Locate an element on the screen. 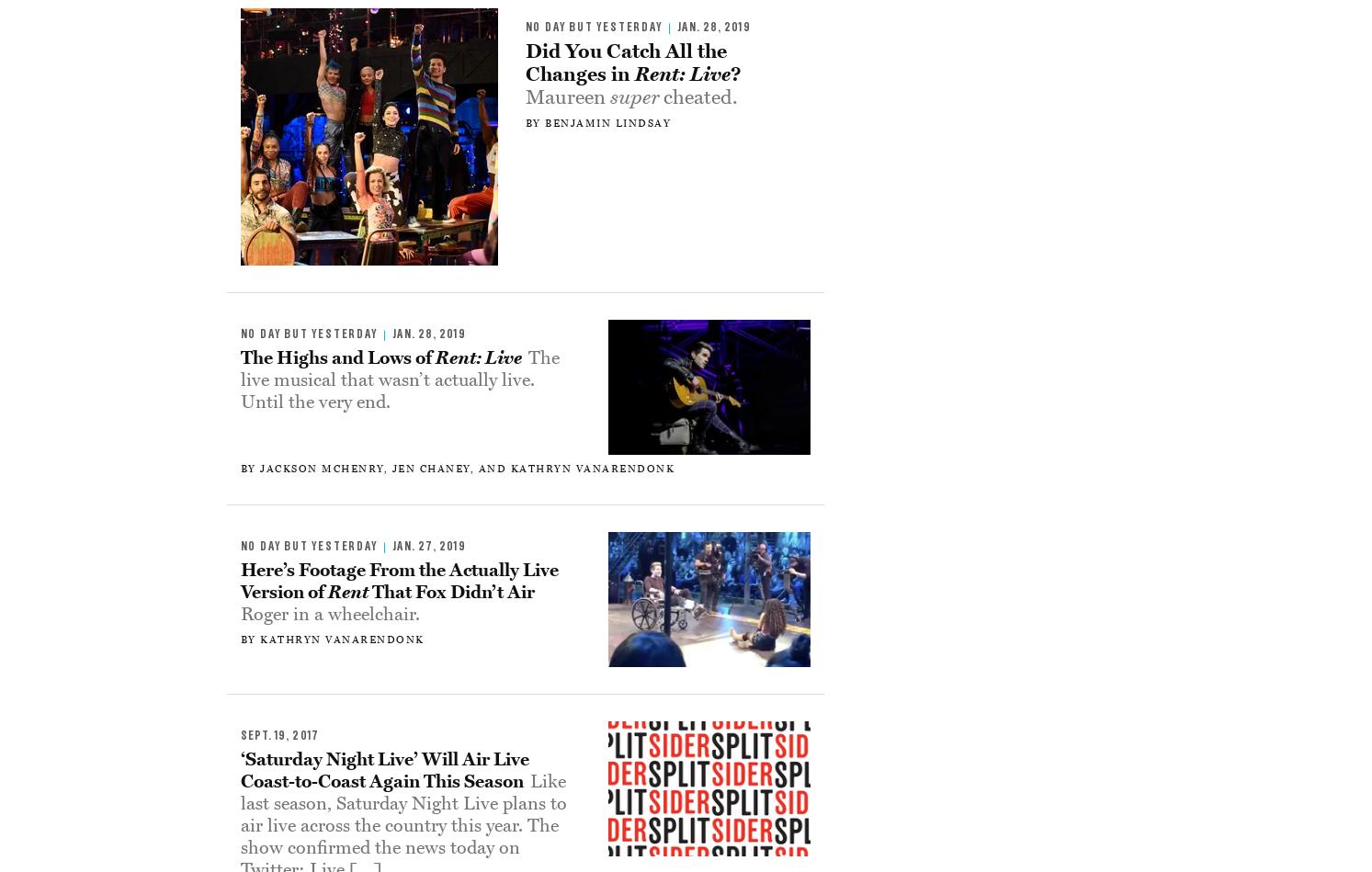 Image resolution: width=1372 pixels, height=872 pixels. 'Maureen' is located at coordinates (567, 96).